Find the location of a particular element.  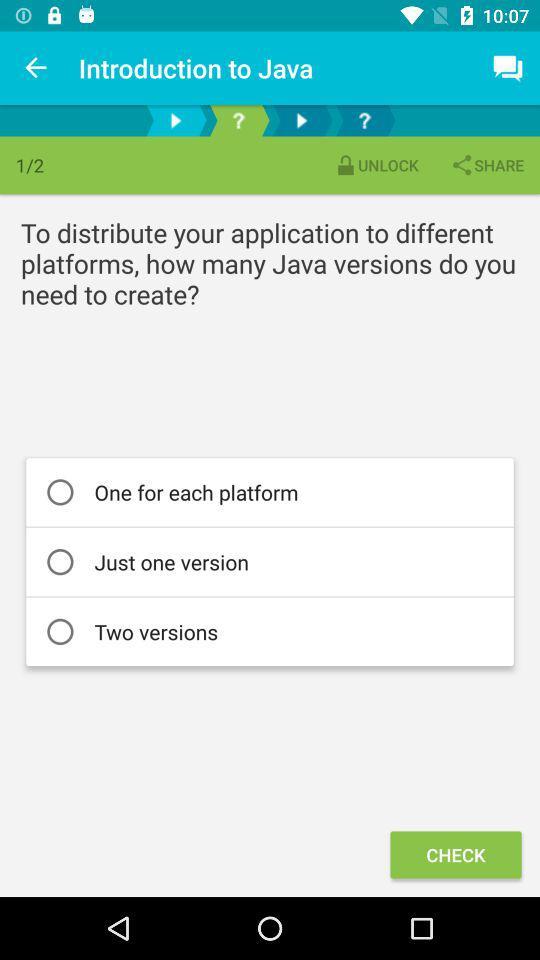

icon above share icon is located at coordinates (508, 68).